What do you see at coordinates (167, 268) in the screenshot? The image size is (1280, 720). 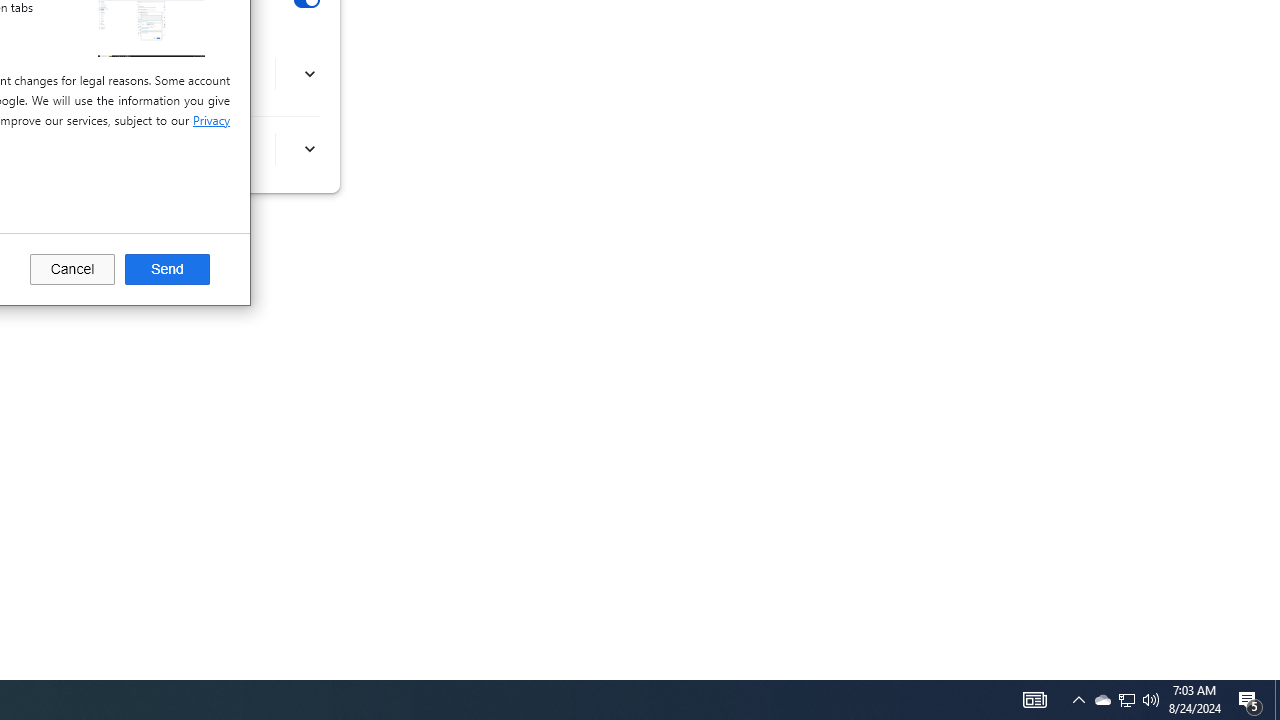 I see `'Send'` at bounding box center [167, 268].